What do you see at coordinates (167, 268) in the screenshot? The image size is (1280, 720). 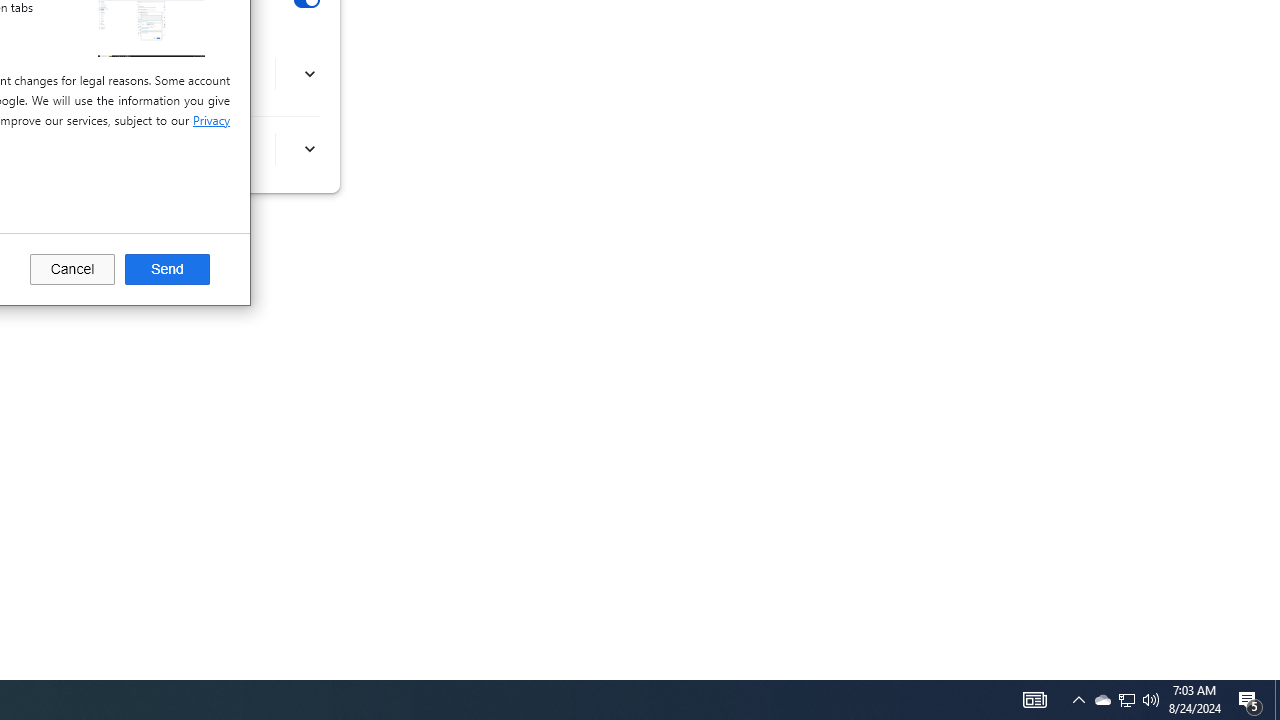 I see `'Send'` at bounding box center [167, 268].